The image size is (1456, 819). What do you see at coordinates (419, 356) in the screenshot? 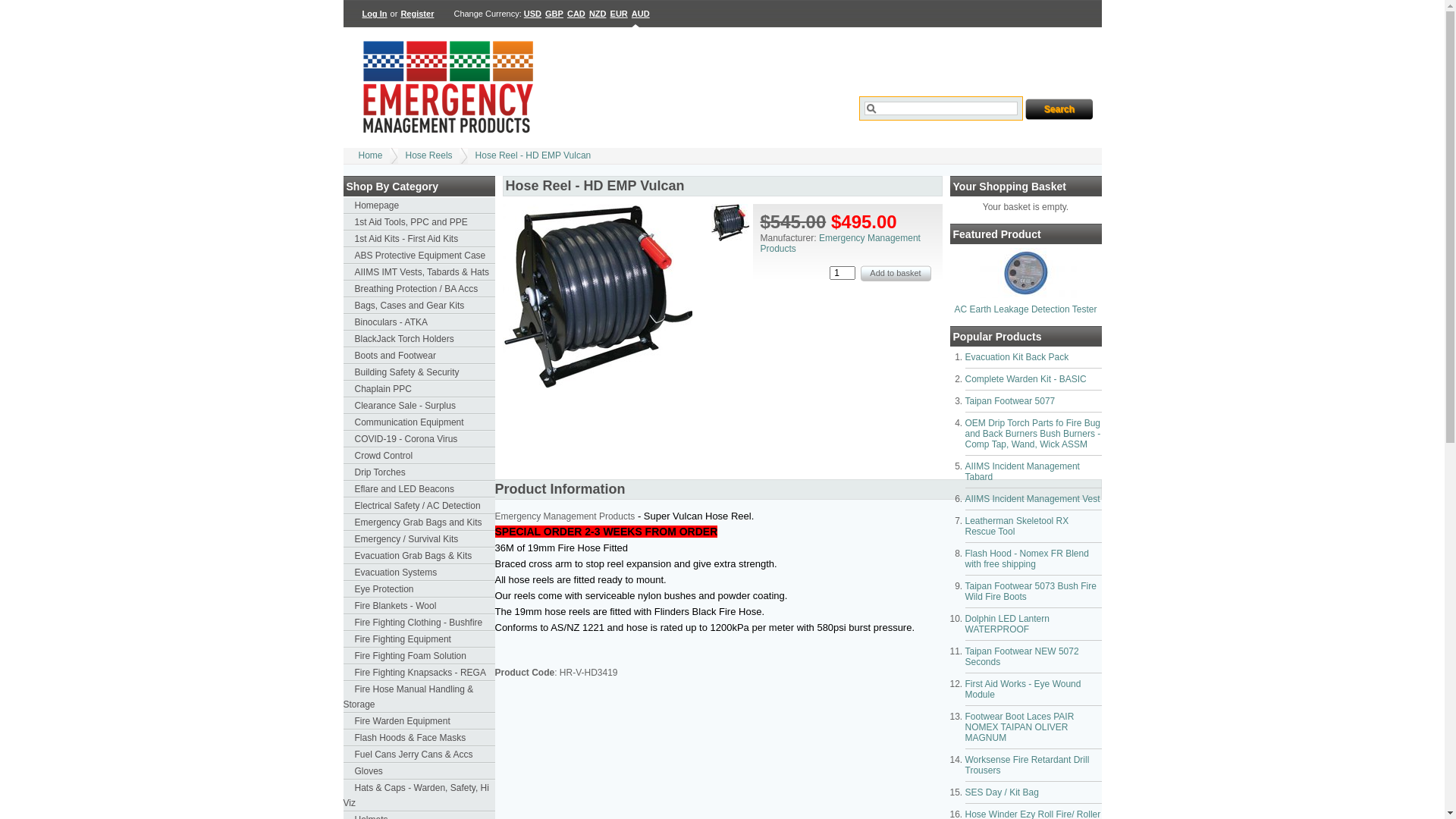
I see `'Boots and Footwear'` at bounding box center [419, 356].